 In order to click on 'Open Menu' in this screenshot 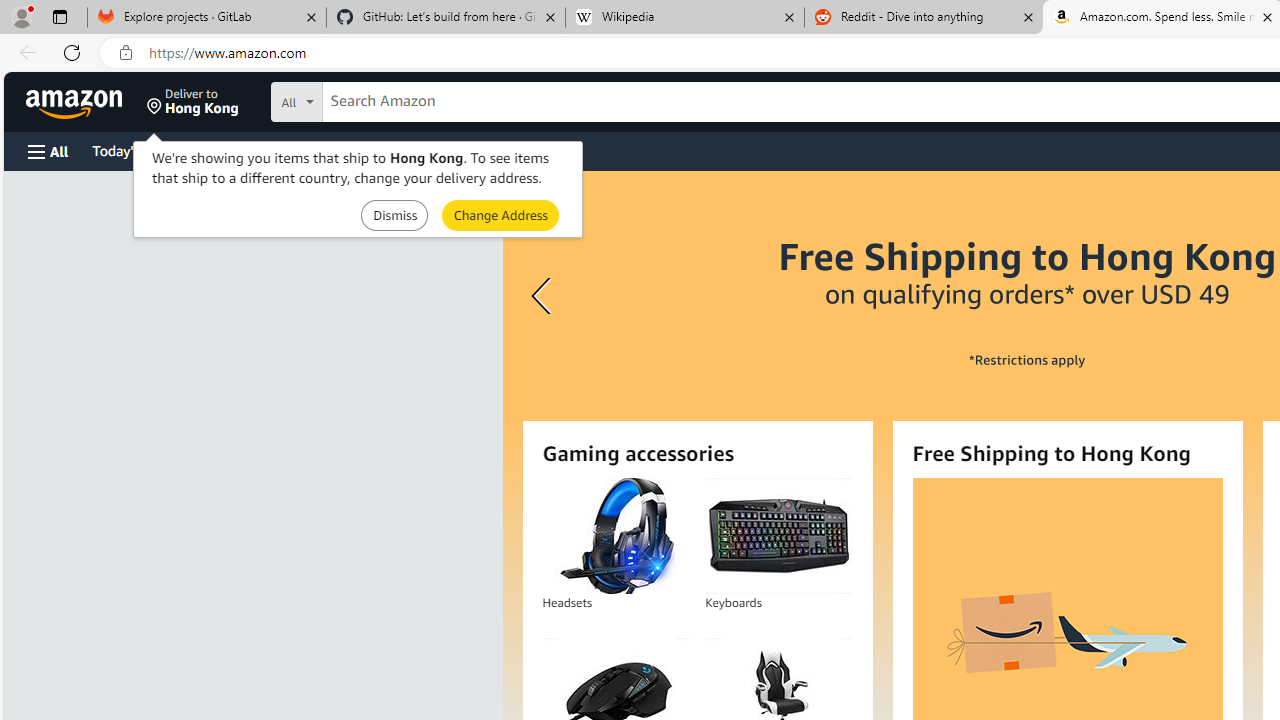, I will do `click(48, 150)`.